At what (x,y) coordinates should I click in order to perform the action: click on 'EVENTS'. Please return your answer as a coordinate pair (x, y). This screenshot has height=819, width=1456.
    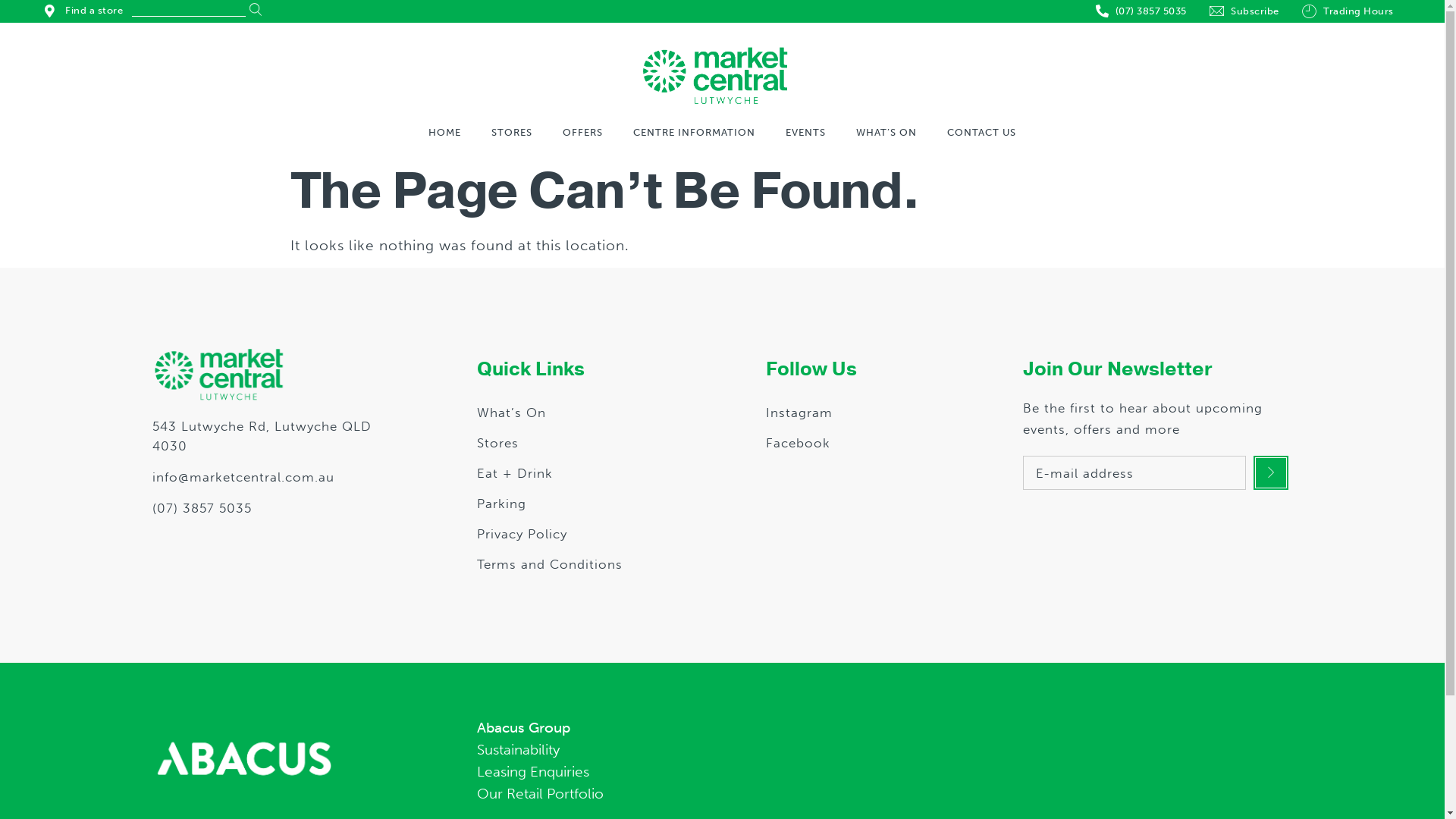
    Looking at the image, I should click on (805, 131).